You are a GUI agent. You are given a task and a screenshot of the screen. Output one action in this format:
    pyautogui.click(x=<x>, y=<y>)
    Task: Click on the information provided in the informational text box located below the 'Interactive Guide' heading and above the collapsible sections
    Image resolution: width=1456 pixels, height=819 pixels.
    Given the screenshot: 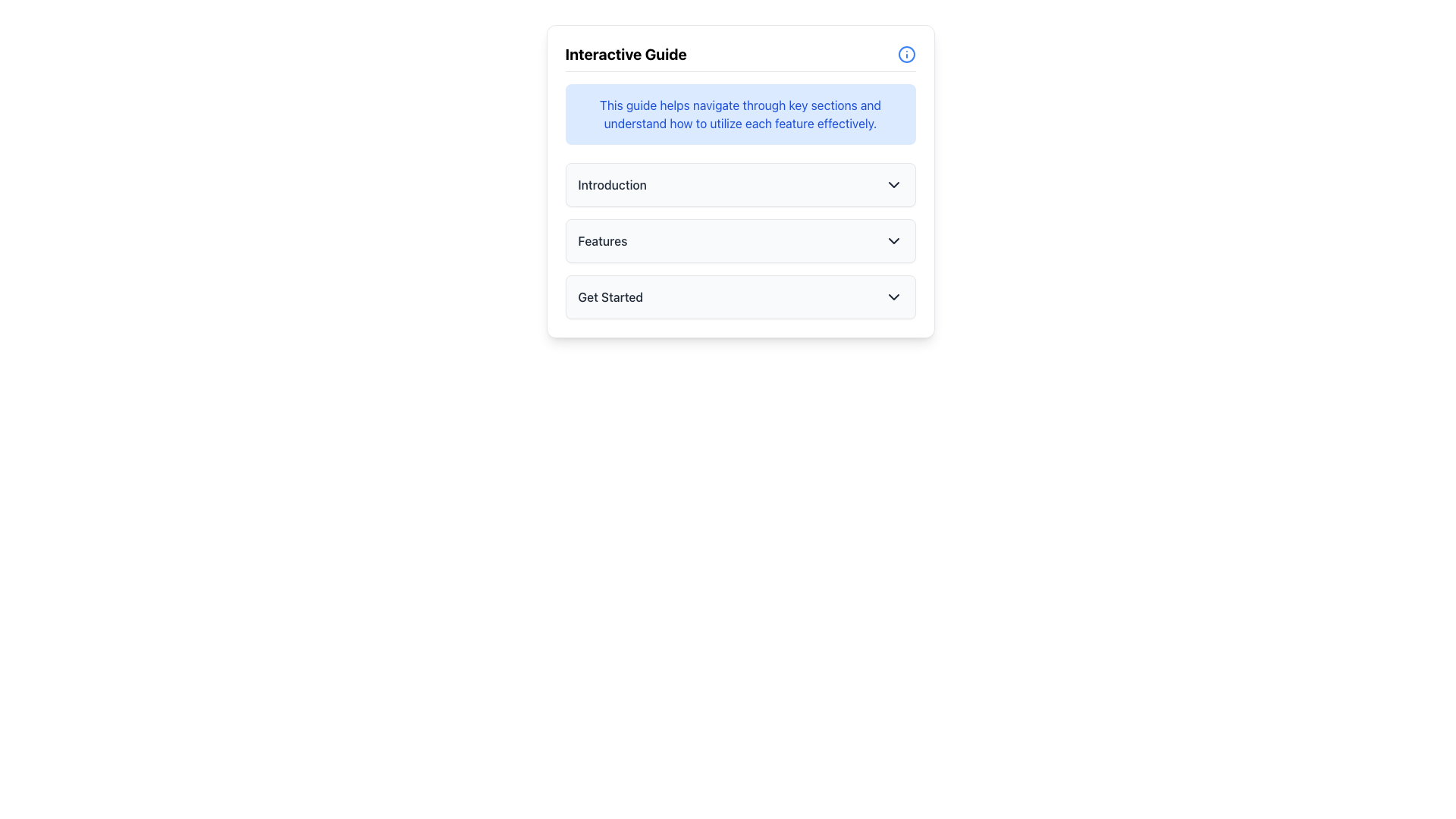 What is the action you would take?
    pyautogui.click(x=740, y=113)
    